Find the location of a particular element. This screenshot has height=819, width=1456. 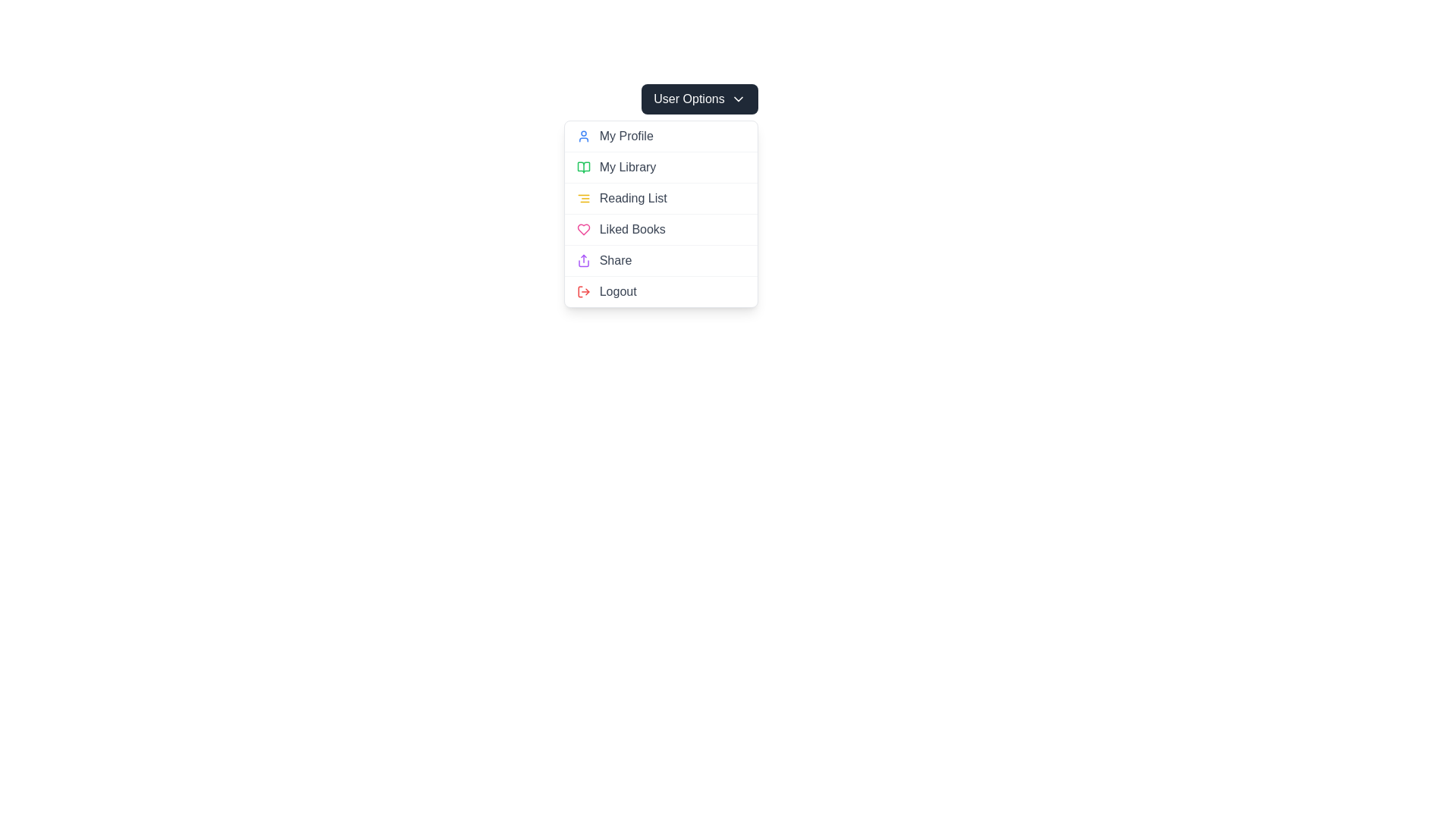

the 'Logout' button at the bottom of the vertical menu is located at coordinates (661, 291).